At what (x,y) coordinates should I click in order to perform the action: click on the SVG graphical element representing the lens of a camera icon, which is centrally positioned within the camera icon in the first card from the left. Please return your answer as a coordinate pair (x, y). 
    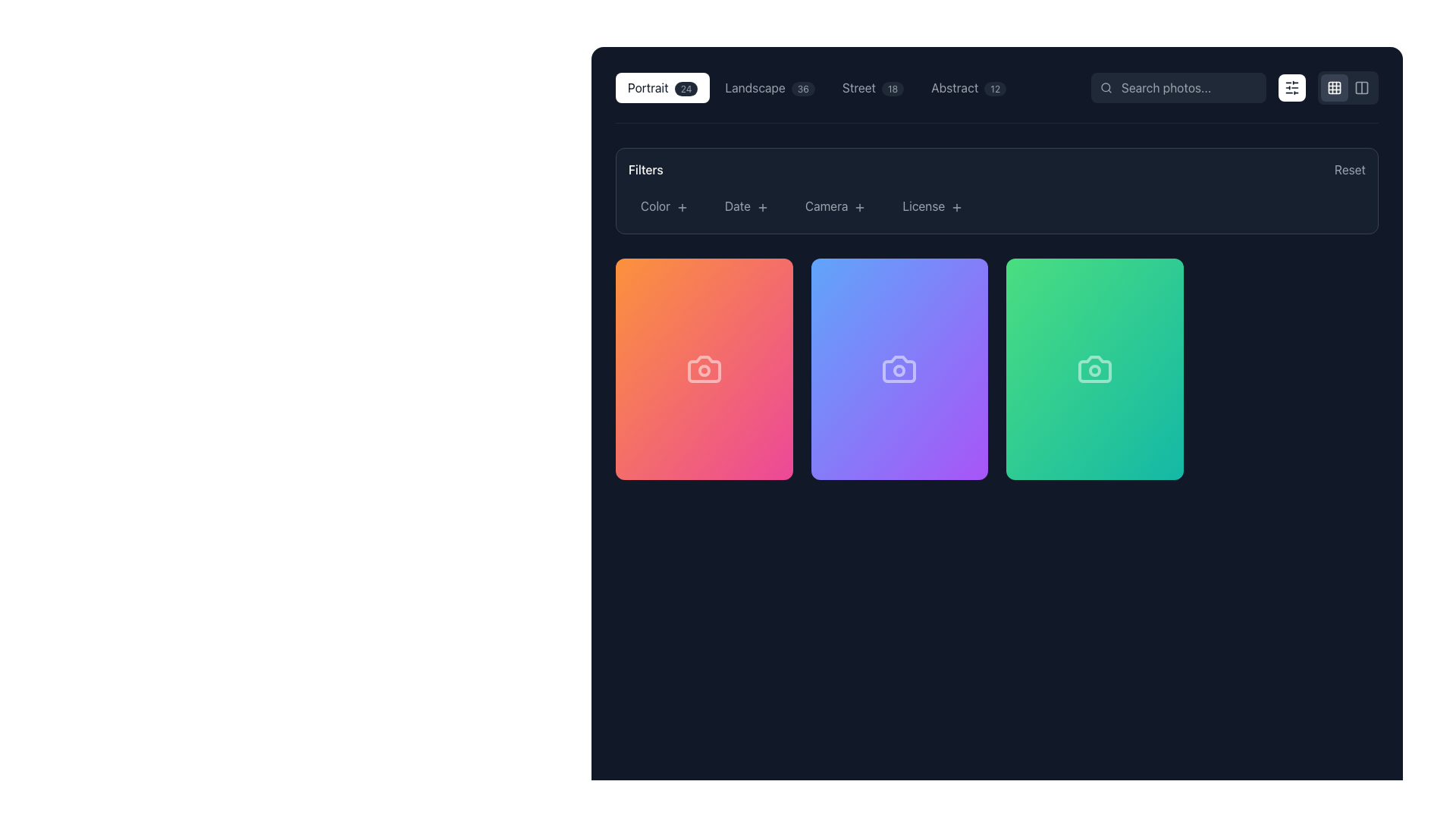
    Looking at the image, I should click on (703, 370).